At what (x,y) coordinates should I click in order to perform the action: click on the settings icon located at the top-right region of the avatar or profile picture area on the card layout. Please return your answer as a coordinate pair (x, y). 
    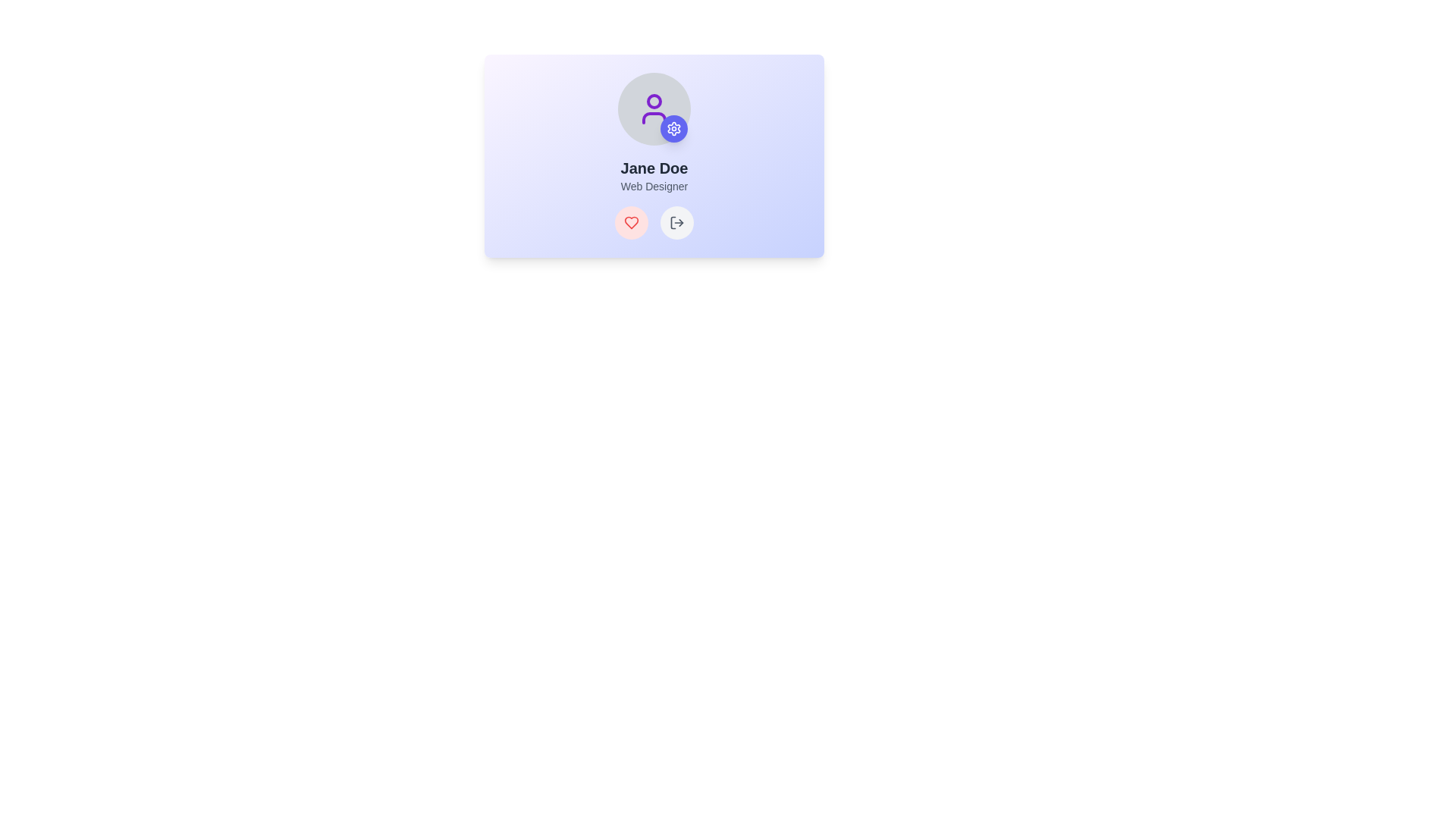
    Looking at the image, I should click on (673, 127).